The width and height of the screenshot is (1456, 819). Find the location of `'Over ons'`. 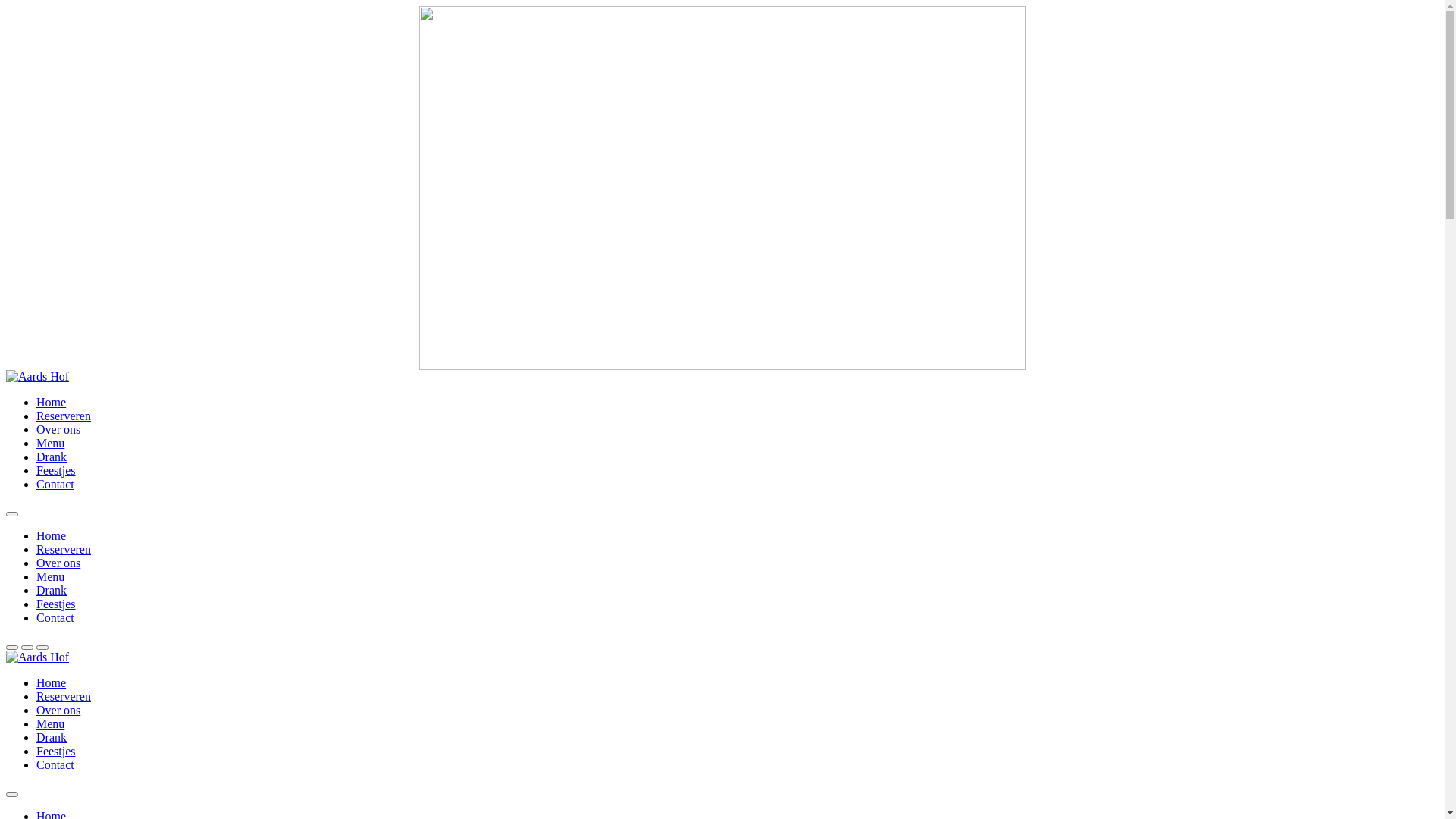

'Over ons' is located at coordinates (36, 429).